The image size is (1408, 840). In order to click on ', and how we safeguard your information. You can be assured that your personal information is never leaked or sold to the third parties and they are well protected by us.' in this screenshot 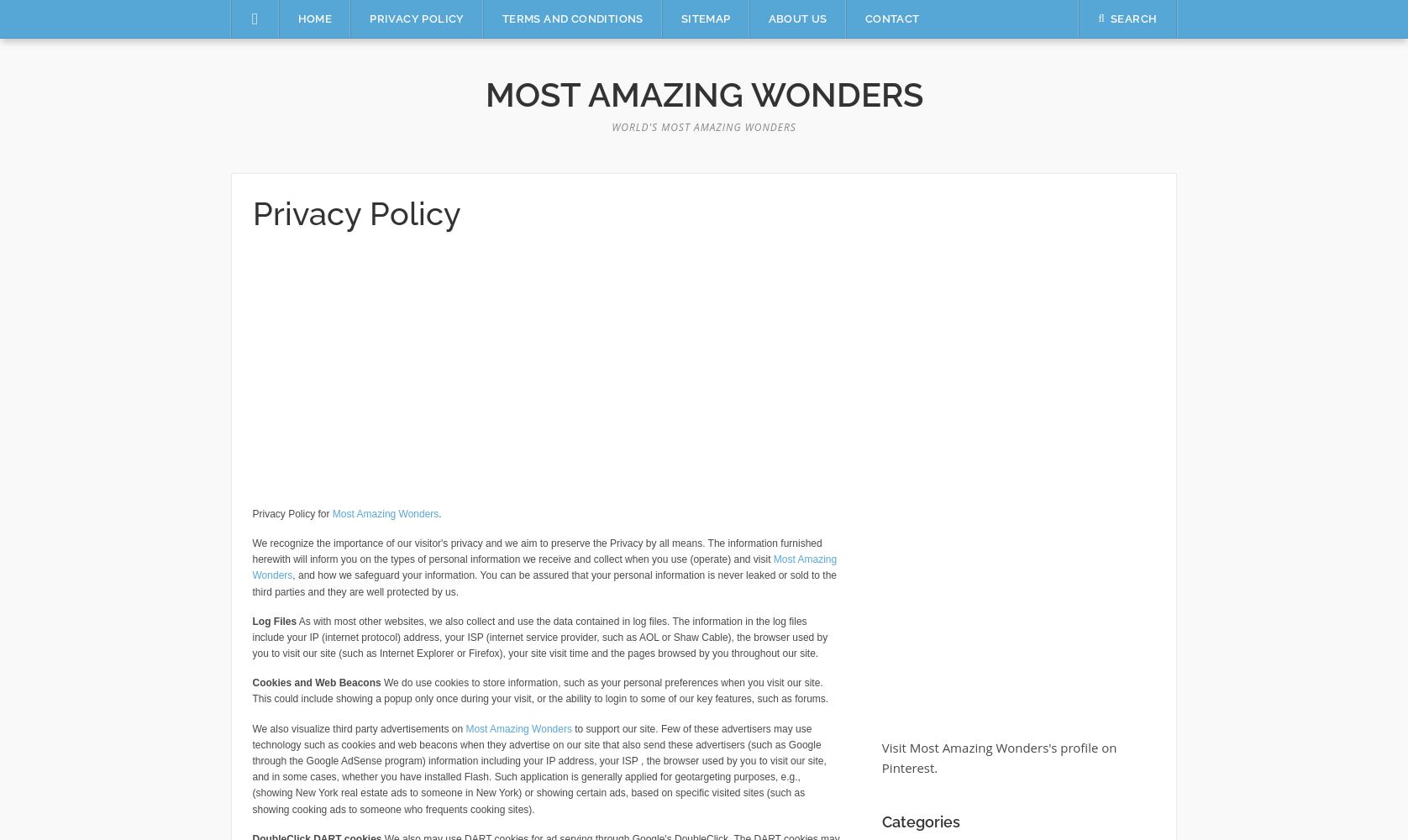, I will do `click(543, 582)`.